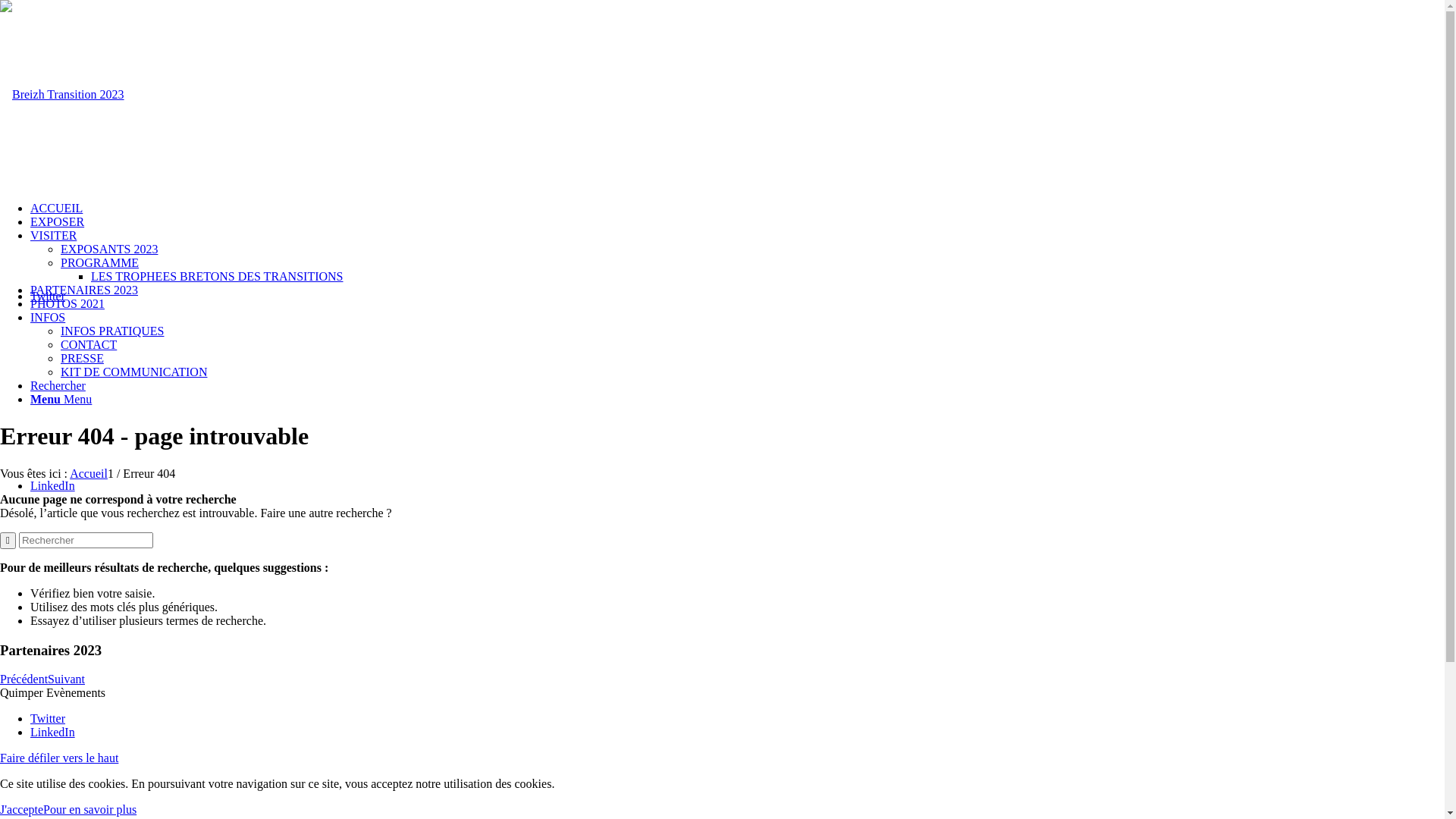 Image resolution: width=1456 pixels, height=819 pixels. I want to click on 'PROGRAMME', so click(99, 262).